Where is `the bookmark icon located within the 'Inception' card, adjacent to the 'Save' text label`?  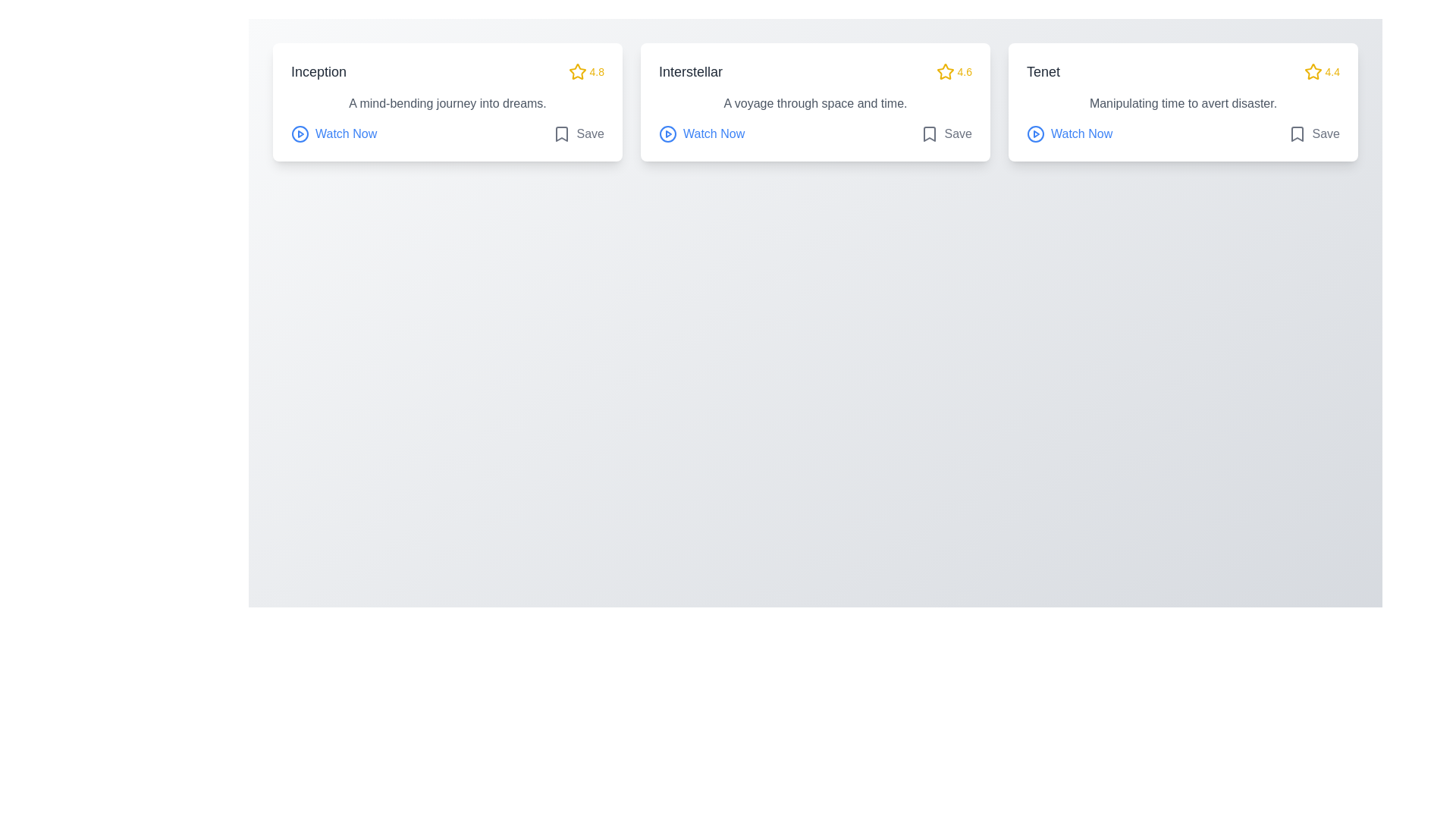
the bookmark icon located within the 'Inception' card, adjacent to the 'Save' text label is located at coordinates (560, 133).